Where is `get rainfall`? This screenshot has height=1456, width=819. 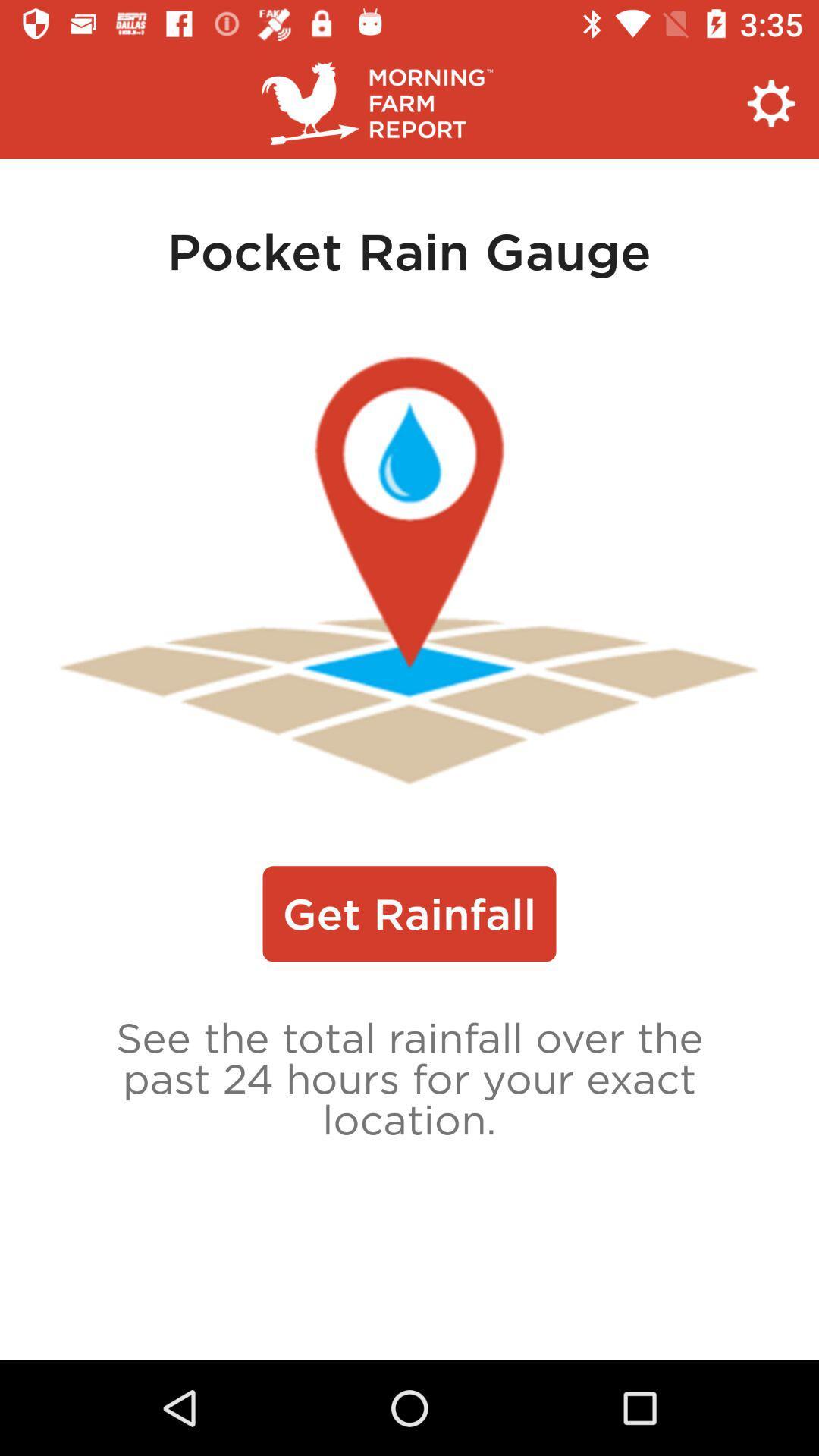 get rainfall is located at coordinates (409, 913).